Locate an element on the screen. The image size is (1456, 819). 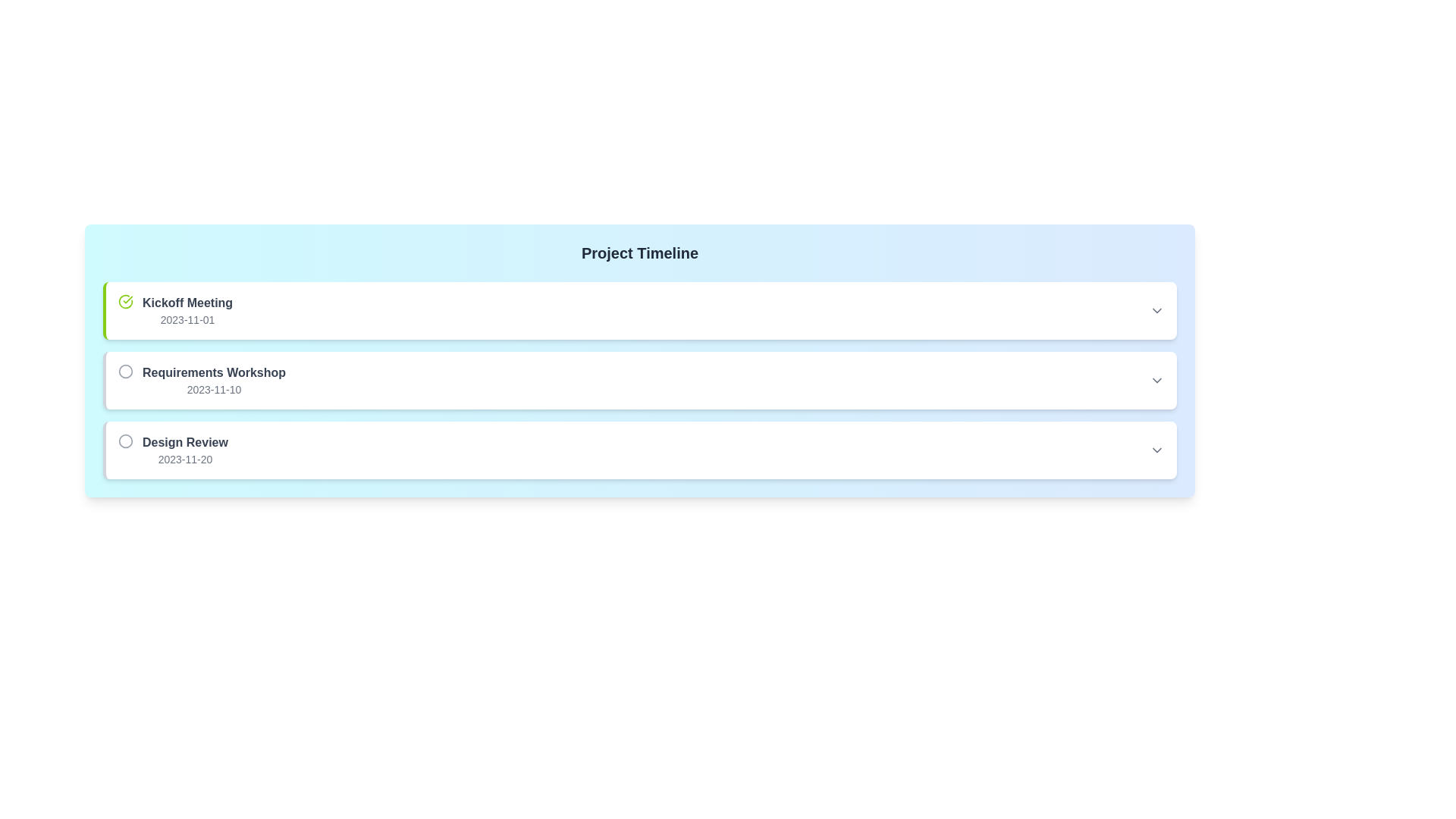
the circular icon with a checkmark in the center, styled with a lime green outline, located to the left of the text 'Kickoff Meeting' is located at coordinates (126, 301).